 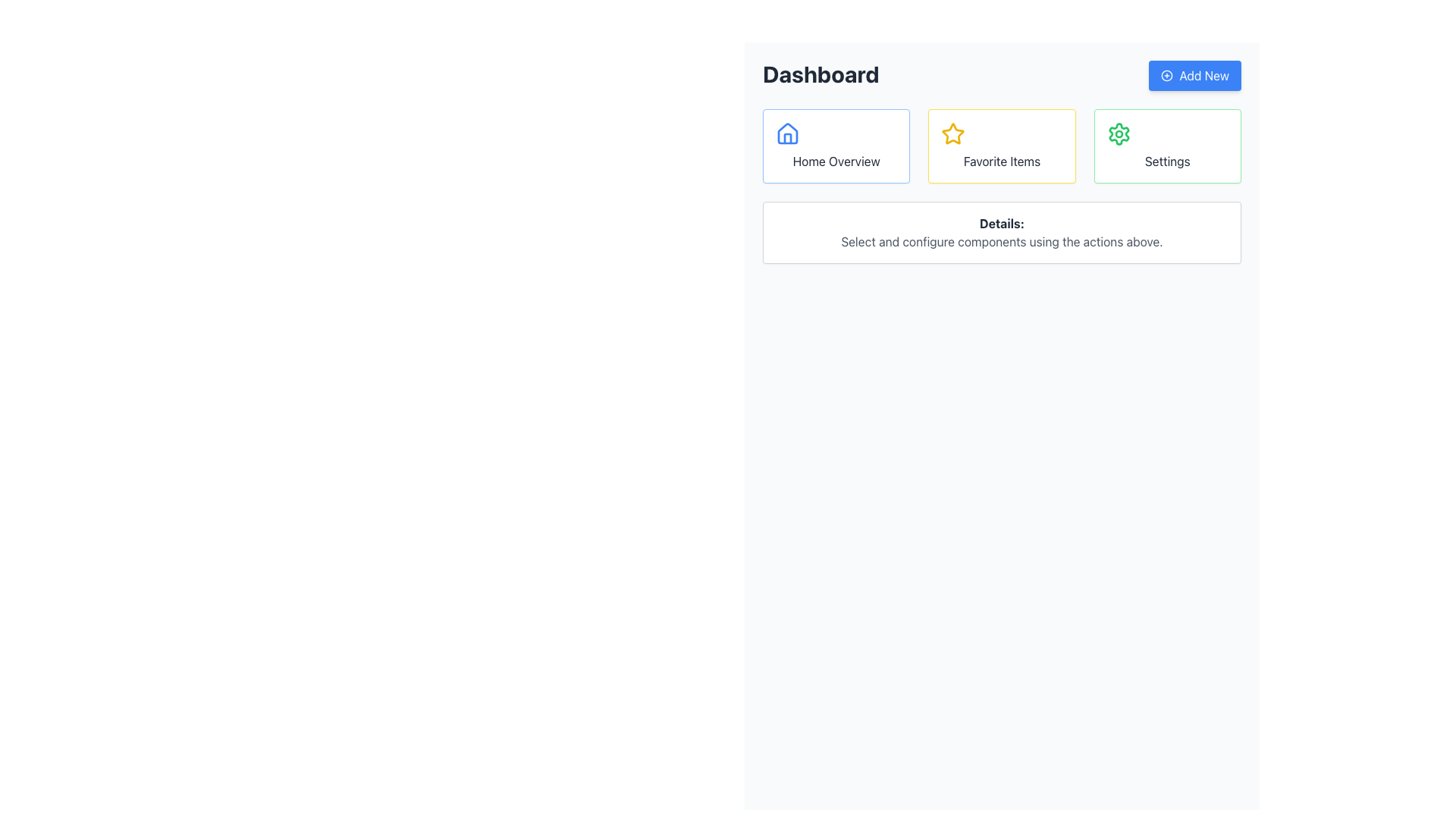 I want to click on the informational card labeled 'Home Overview', which is the first card in the top left position among three horizontally aligned cards preceded by the title 'Dashboard', so click(x=836, y=146).